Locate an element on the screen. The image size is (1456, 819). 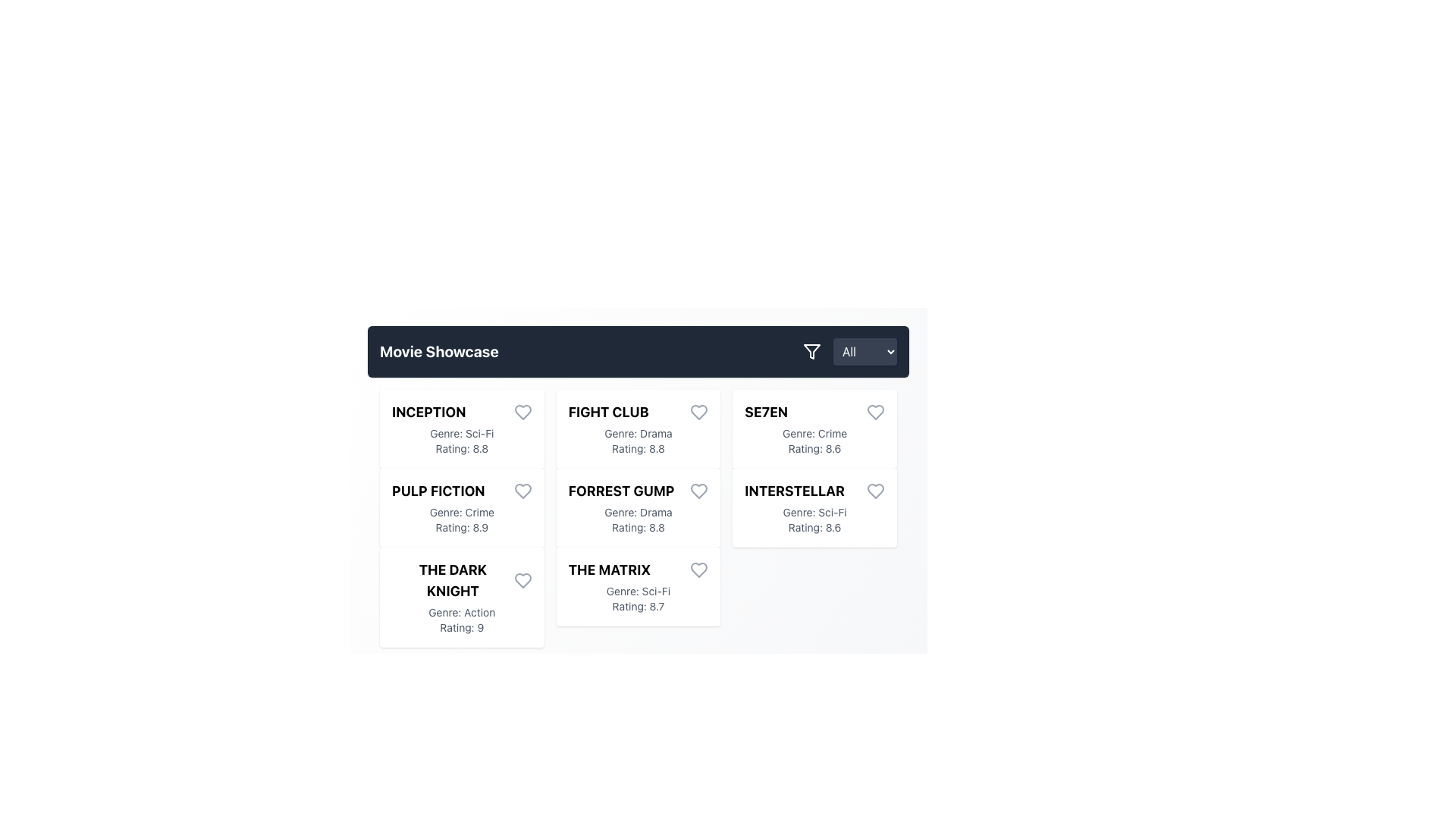
the descriptive metadata text about the movie 'Forrest Gump' located beneath its title and above the heart-shaped icon is located at coordinates (638, 519).